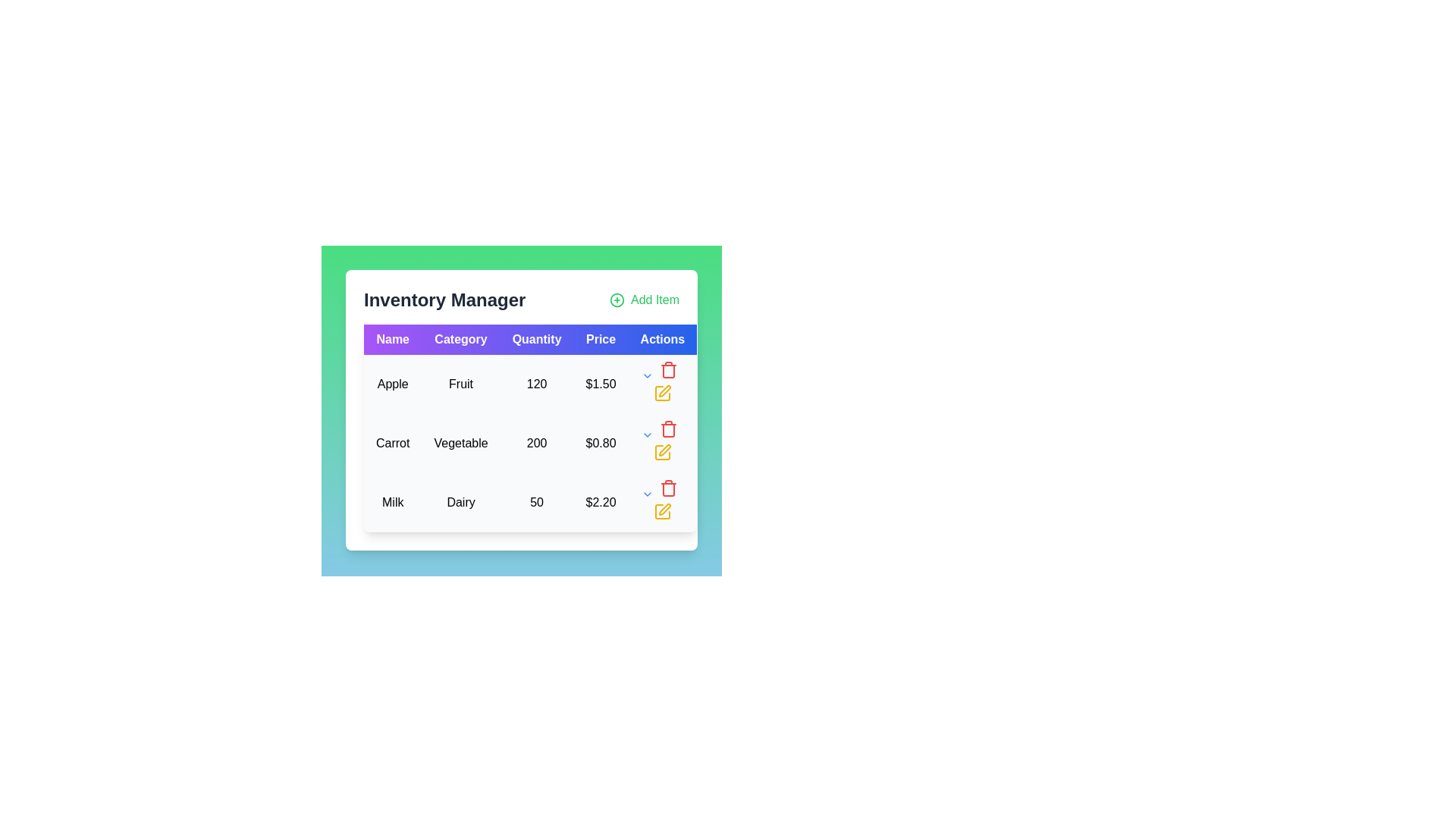 The width and height of the screenshot is (1456, 819). I want to click on the edit icon button located in the 'Actions' column of the last row corresponding to the 'Milk' item, so click(662, 512).